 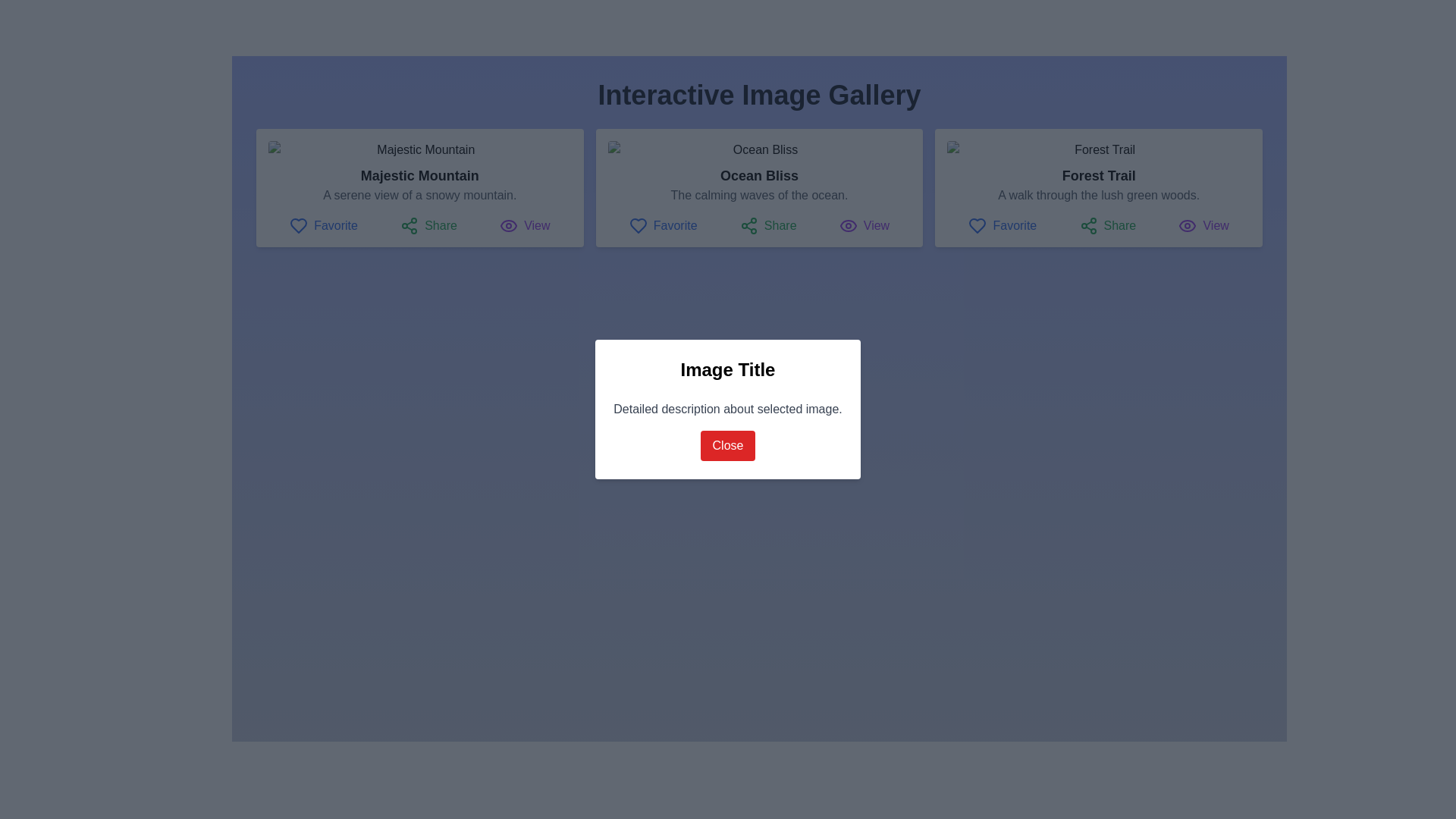 What do you see at coordinates (419, 195) in the screenshot?
I see `the text label that reads 'A serene view of a snowy mountain.' It is styled in gray and positioned beneath the title 'Majestic Mountain' within the first card of image cards` at bounding box center [419, 195].